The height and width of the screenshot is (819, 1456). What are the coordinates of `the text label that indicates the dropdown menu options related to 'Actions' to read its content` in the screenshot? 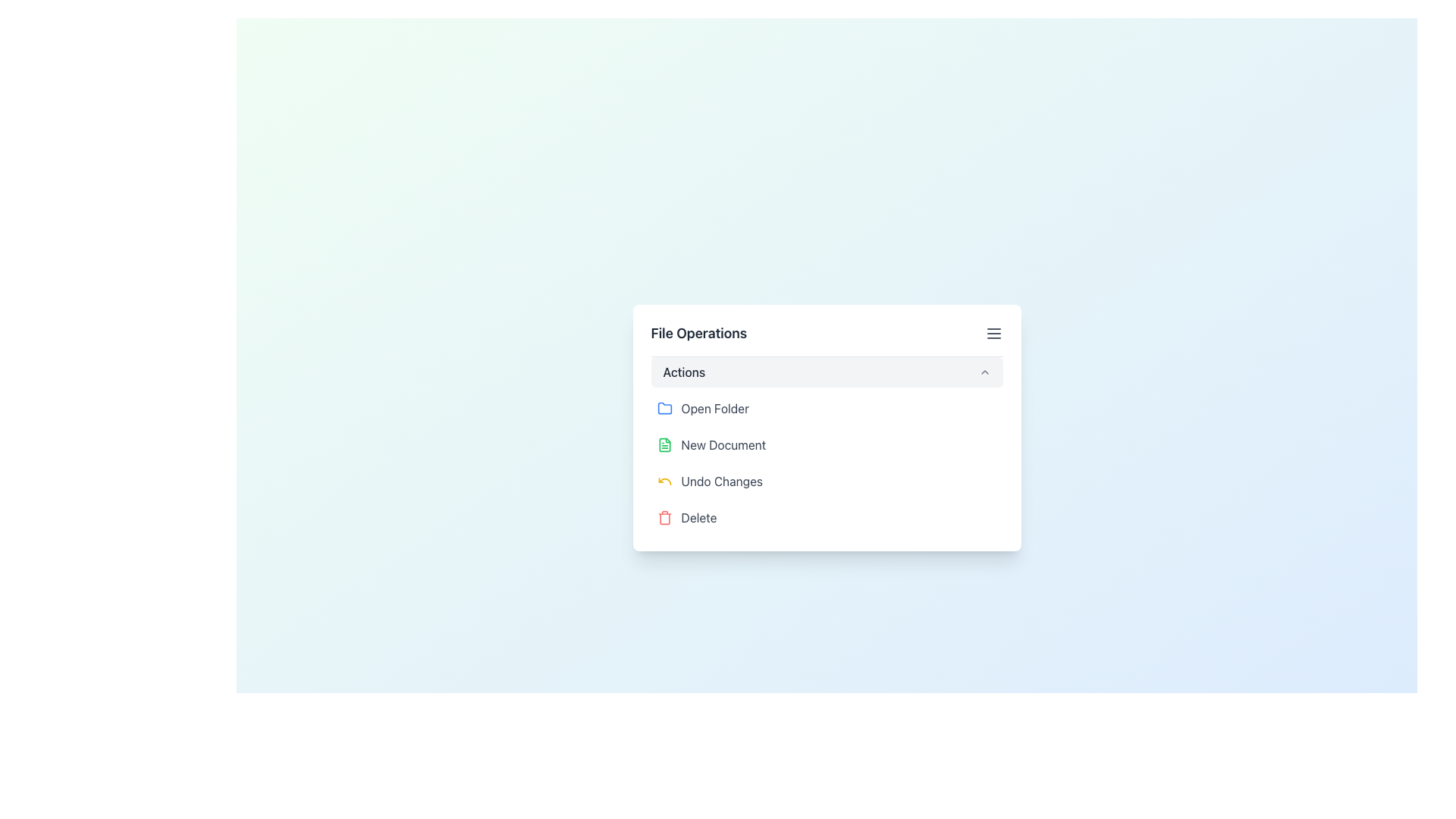 It's located at (683, 372).